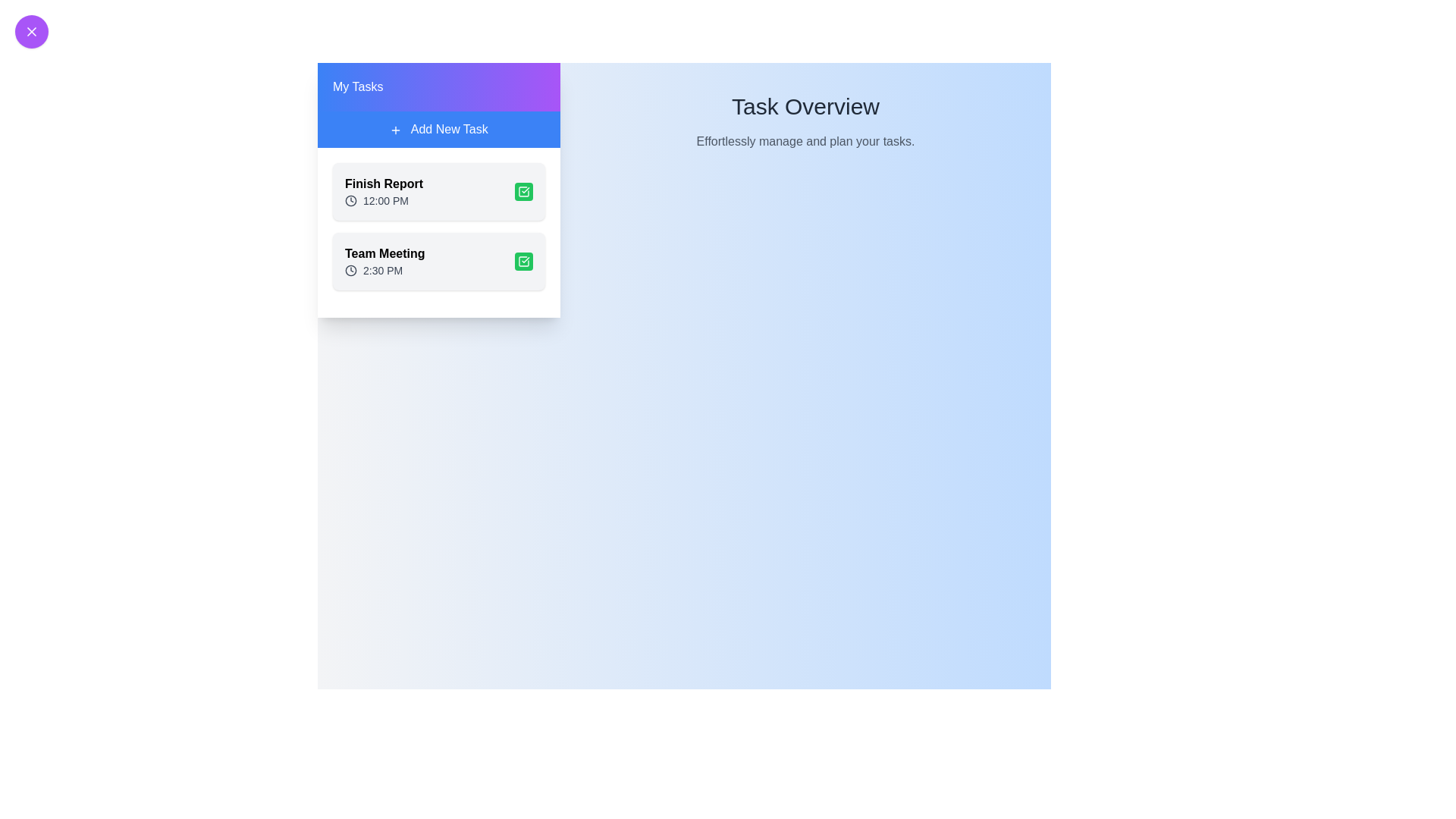 The height and width of the screenshot is (819, 1456). What do you see at coordinates (438, 128) in the screenshot?
I see `the 'Add New Task' button to initiate the task addition process` at bounding box center [438, 128].